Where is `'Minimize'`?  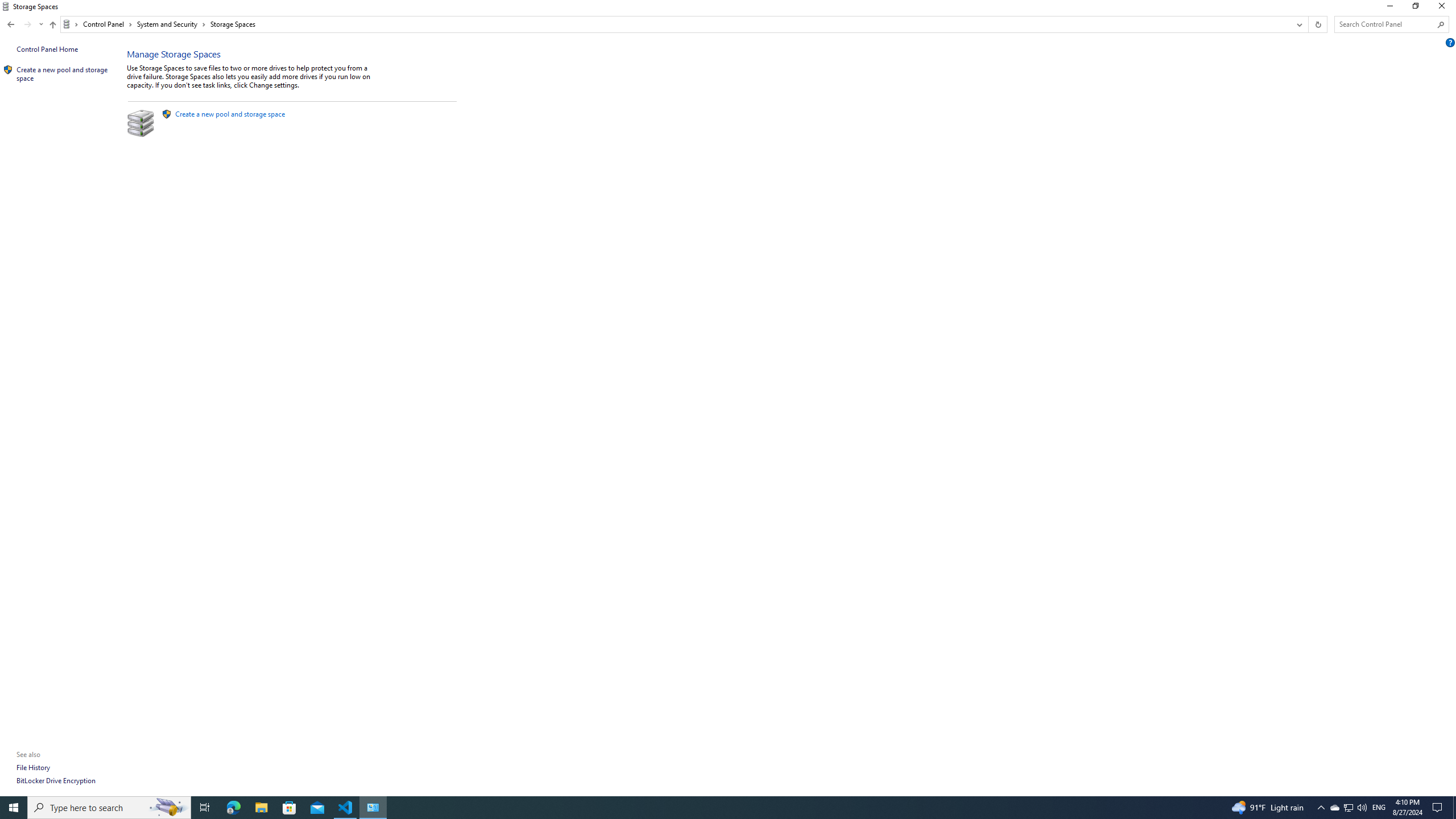 'Minimize' is located at coordinates (1388, 9).